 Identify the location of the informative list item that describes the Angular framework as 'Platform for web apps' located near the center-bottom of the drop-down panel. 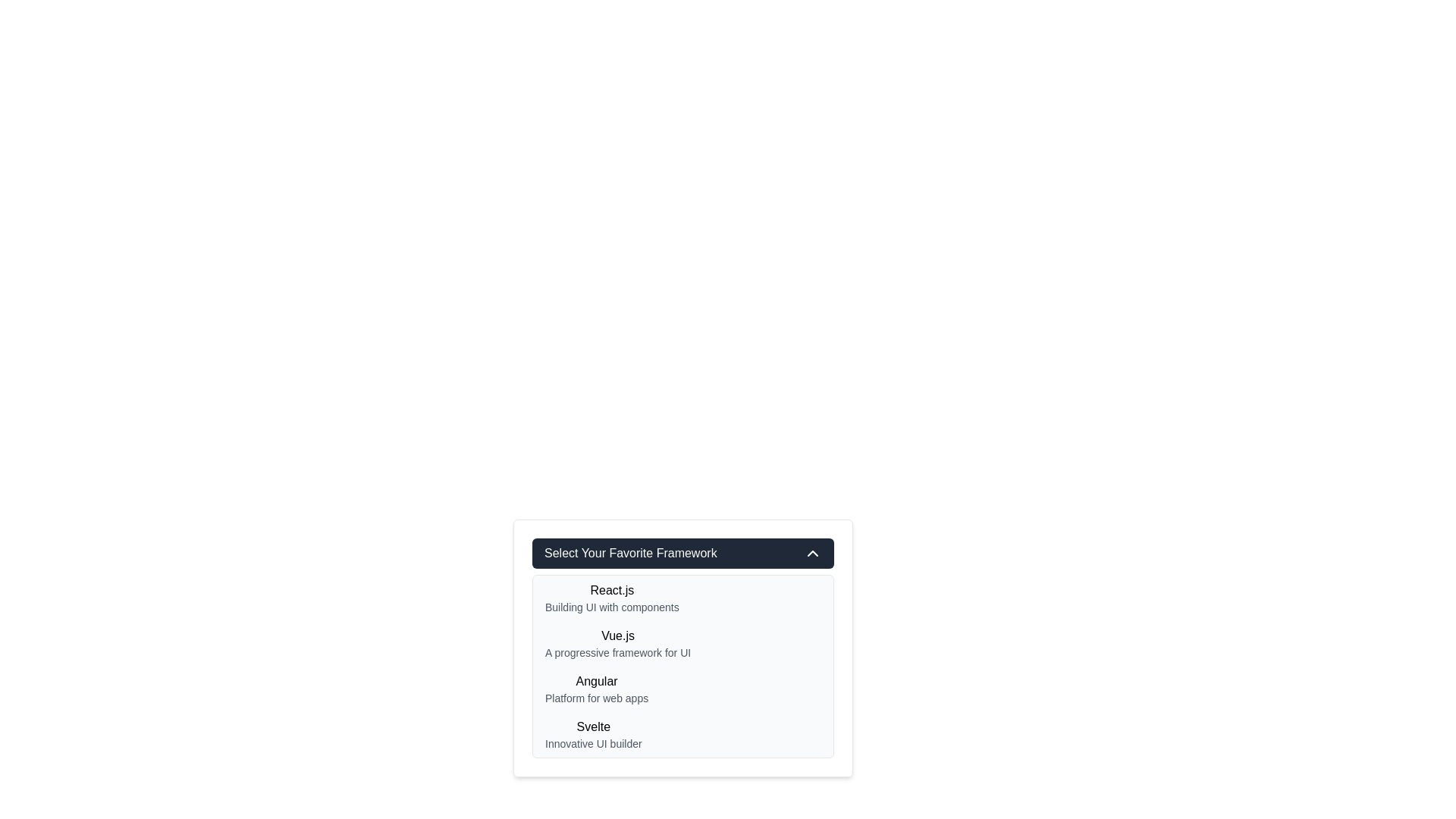
(596, 689).